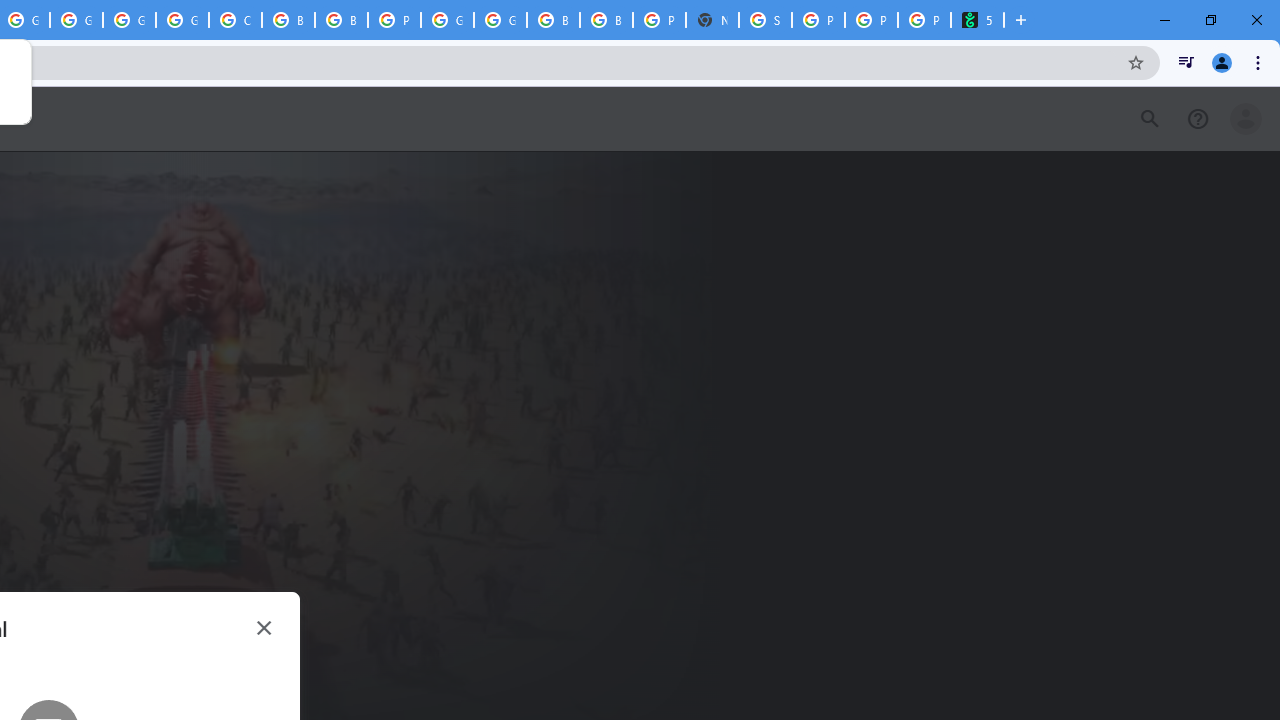 Image resolution: width=1280 pixels, height=720 pixels. Describe the element at coordinates (446, 20) in the screenshot. I see `'Google Cloud Platform'` at that location.